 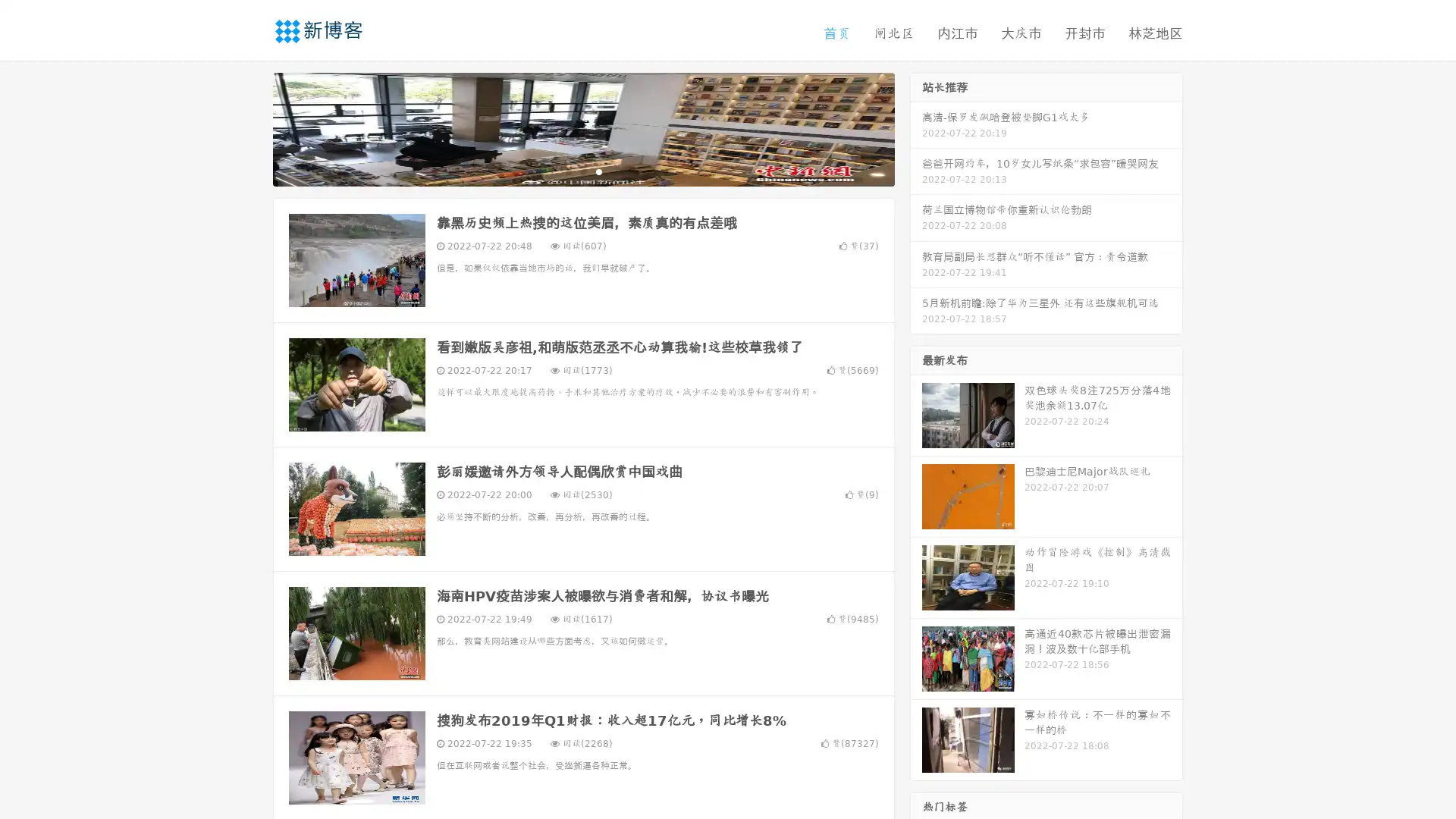 What do you see at coordinates (598, 171) in the screenshot?
I see `Go to slide 3` at bounding box center [598, 171].